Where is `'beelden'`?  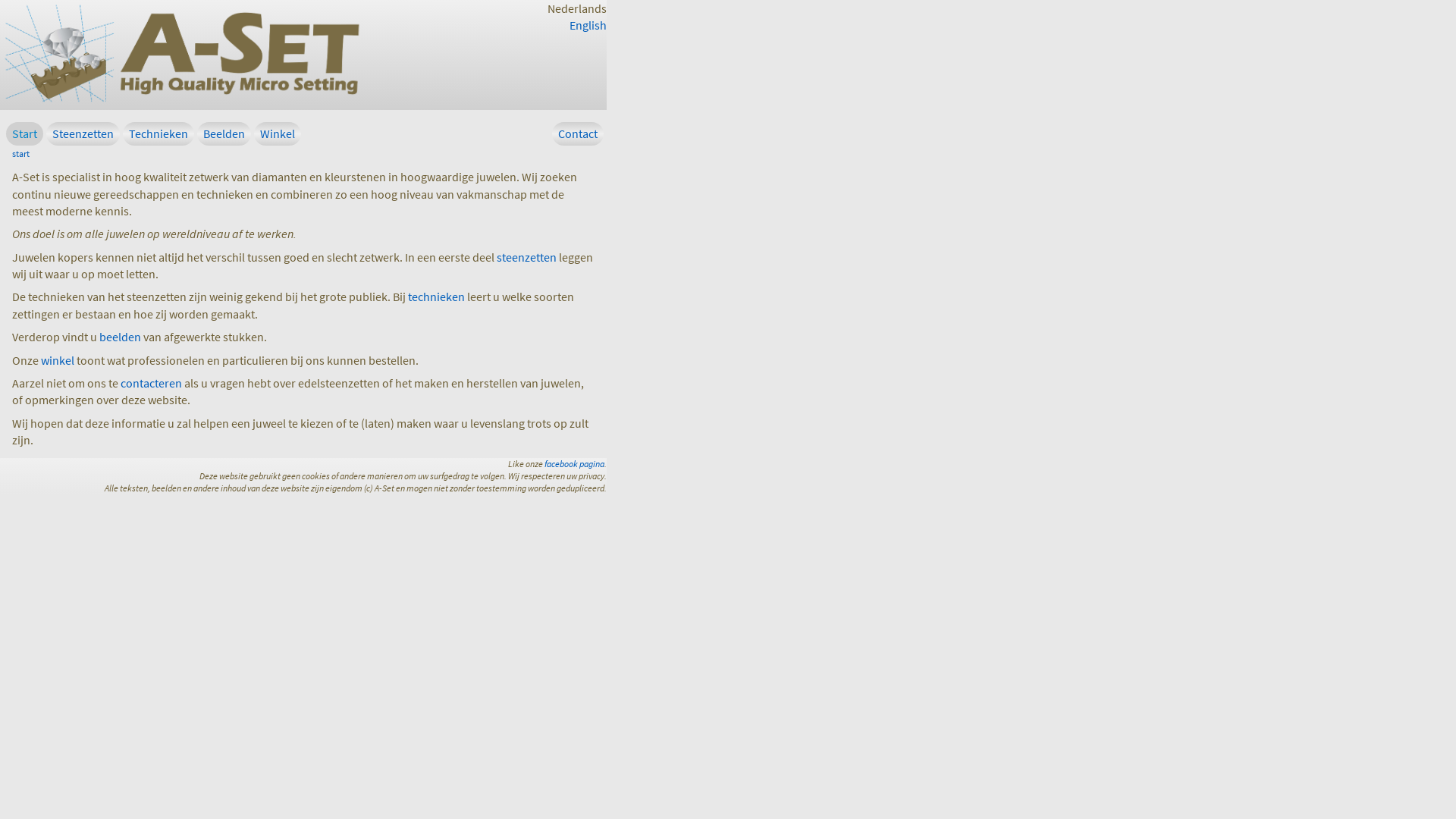
'beelden' is located at coordinates (98, 335).